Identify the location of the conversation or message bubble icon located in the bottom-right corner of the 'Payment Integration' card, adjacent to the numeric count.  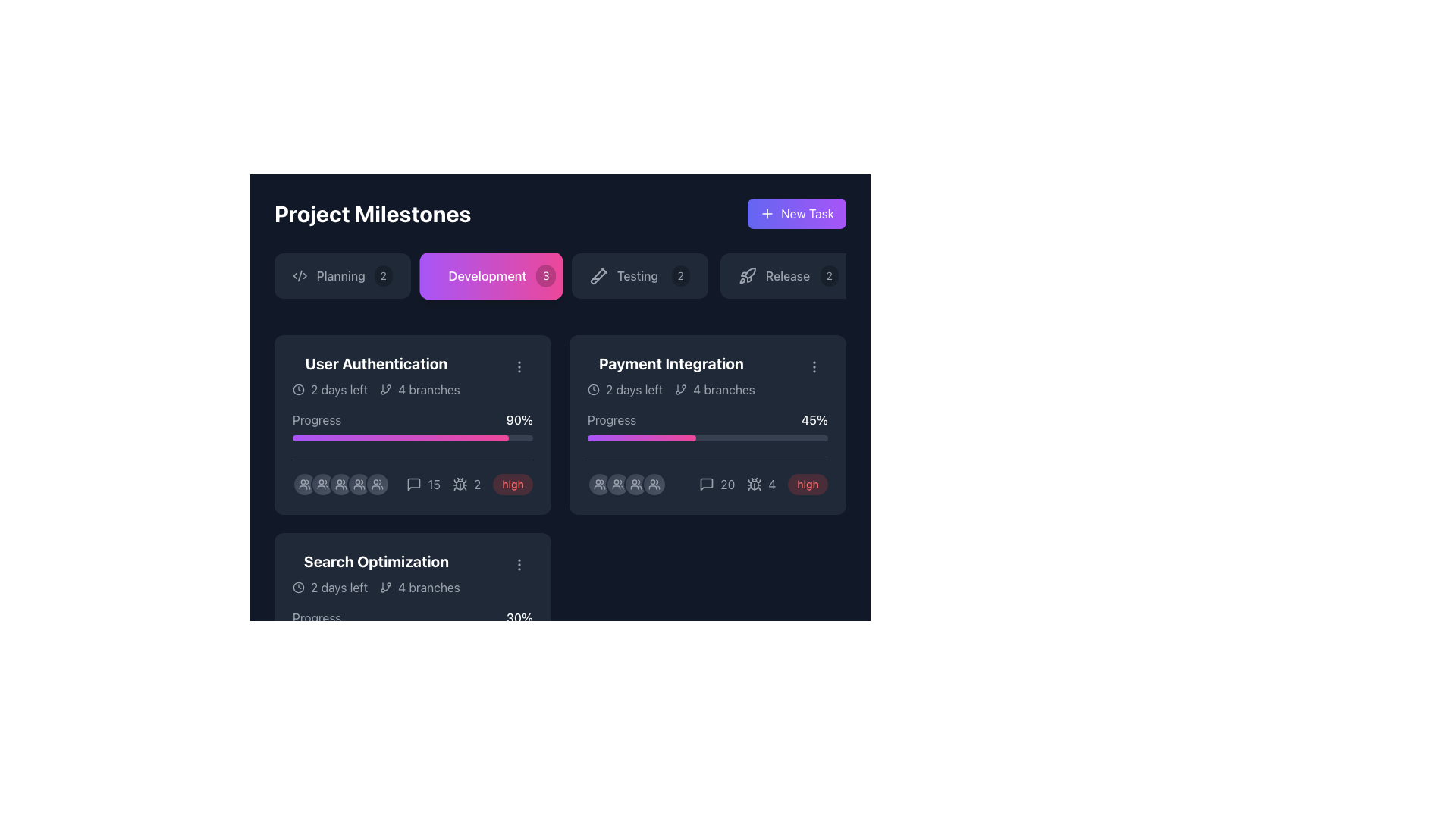
(706, 485).